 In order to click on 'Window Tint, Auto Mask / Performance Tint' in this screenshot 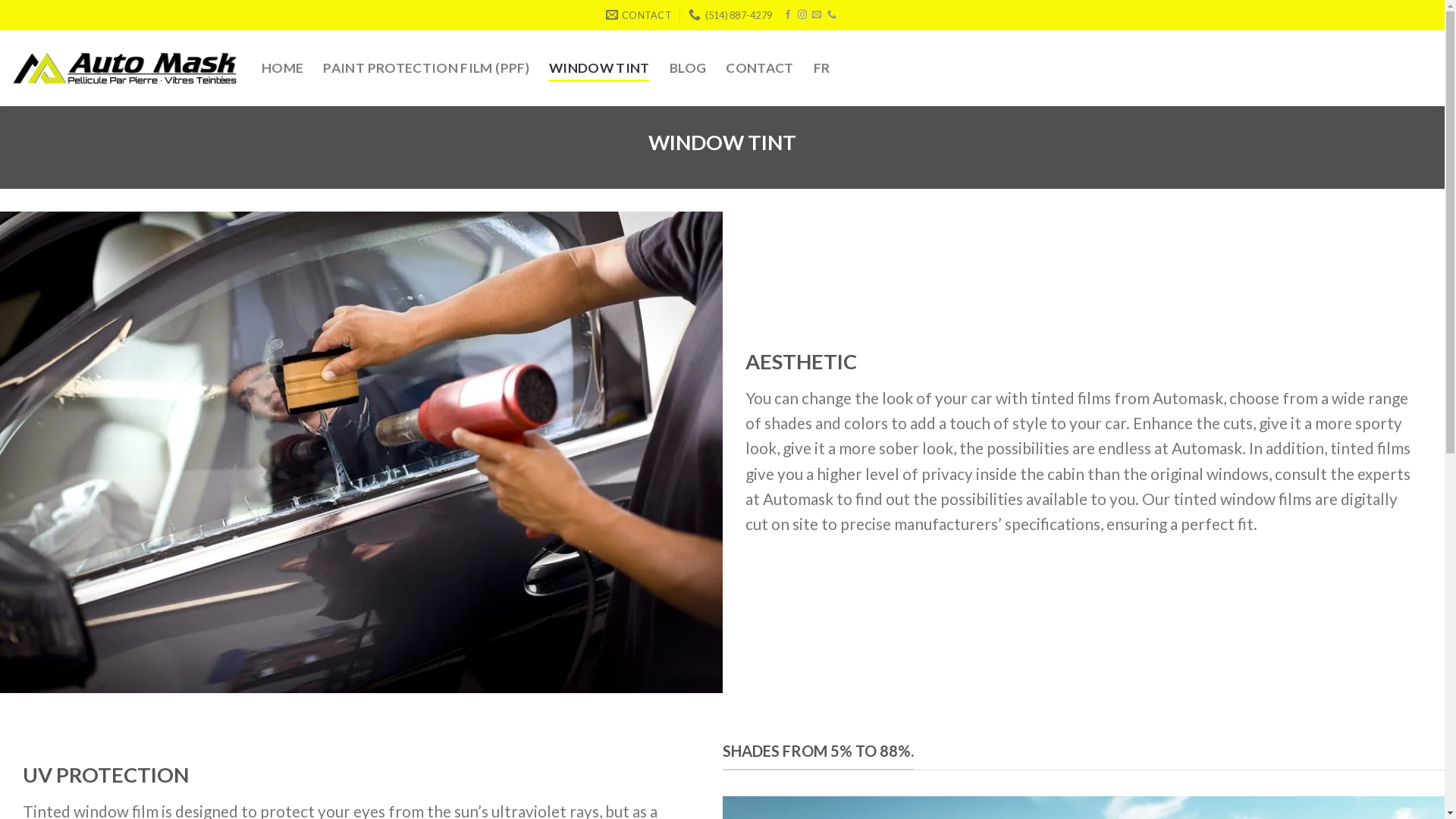, I will do `click(360, 451)`.